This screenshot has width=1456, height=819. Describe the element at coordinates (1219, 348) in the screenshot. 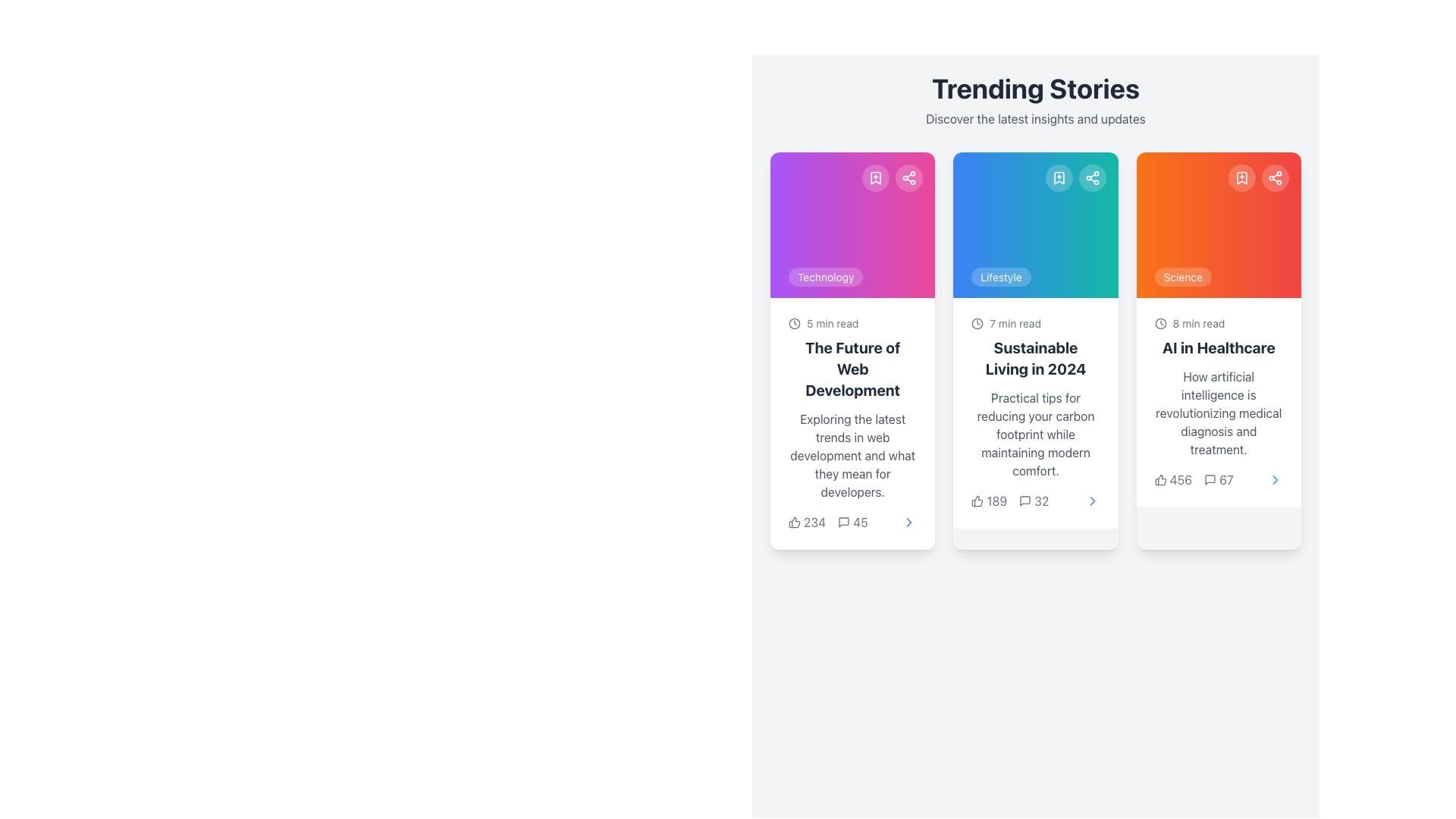

I see `text label displaying 'AI in Healthcare', which is centrally located within a white card-like background at the top of the description section` at that location.